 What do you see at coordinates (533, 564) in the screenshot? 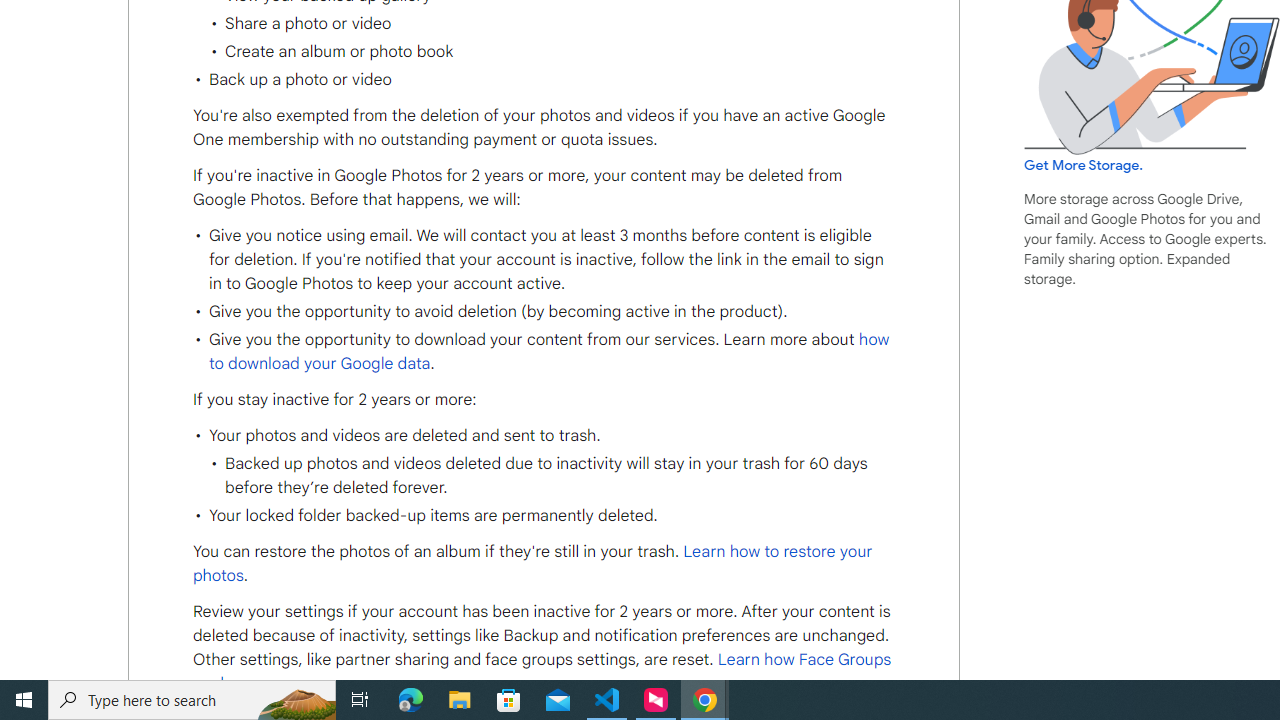
I see `'Learn how to restore your photos'` at bounding box center [533, 564].